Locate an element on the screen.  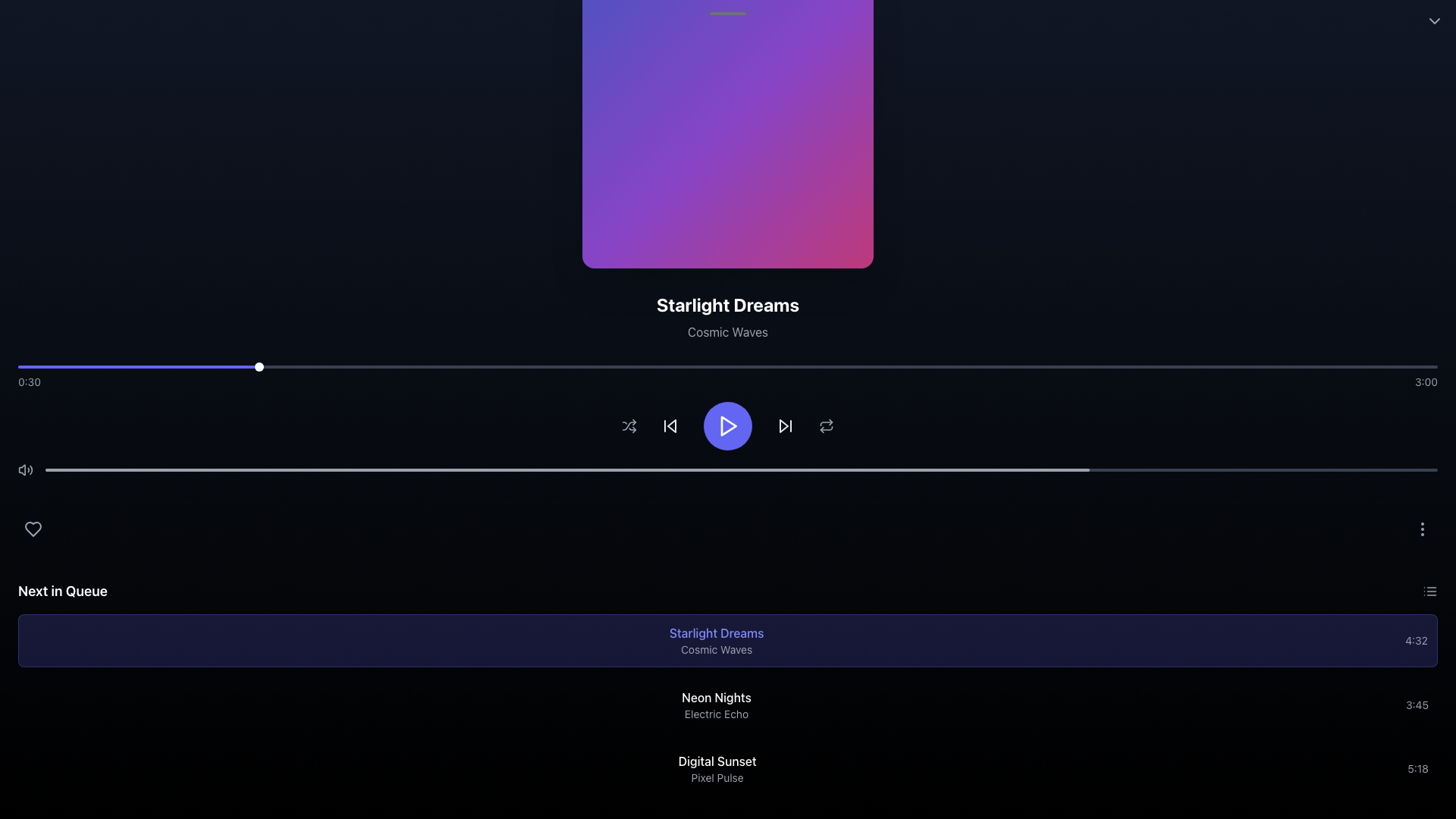
progress is located at coordinates (18, 366).